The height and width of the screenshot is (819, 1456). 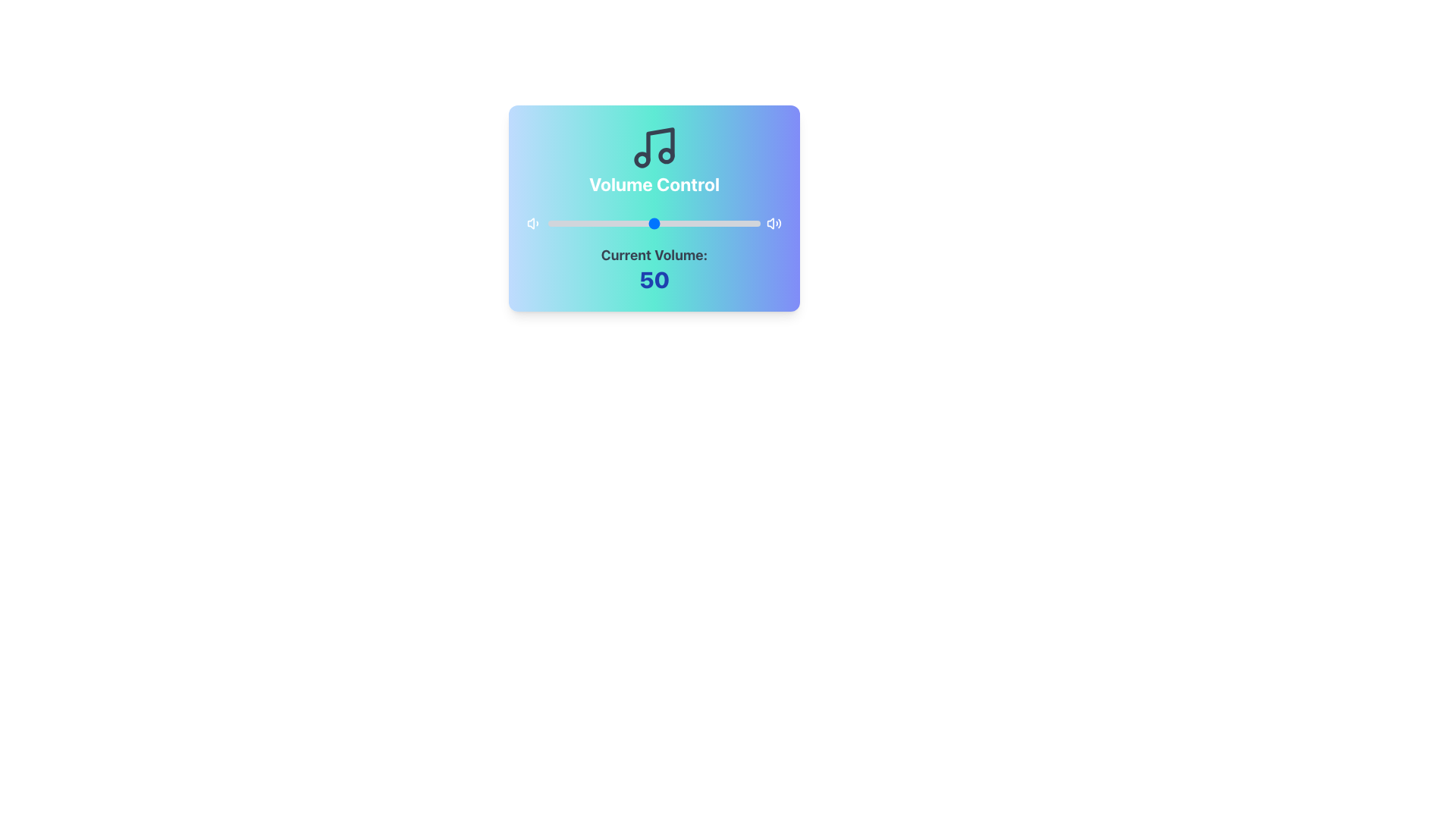 I want to click on the decorative music note icon located in the lower left area of the larger music note graphic within the 'Volume Control' component, so click(x=642, y=160).